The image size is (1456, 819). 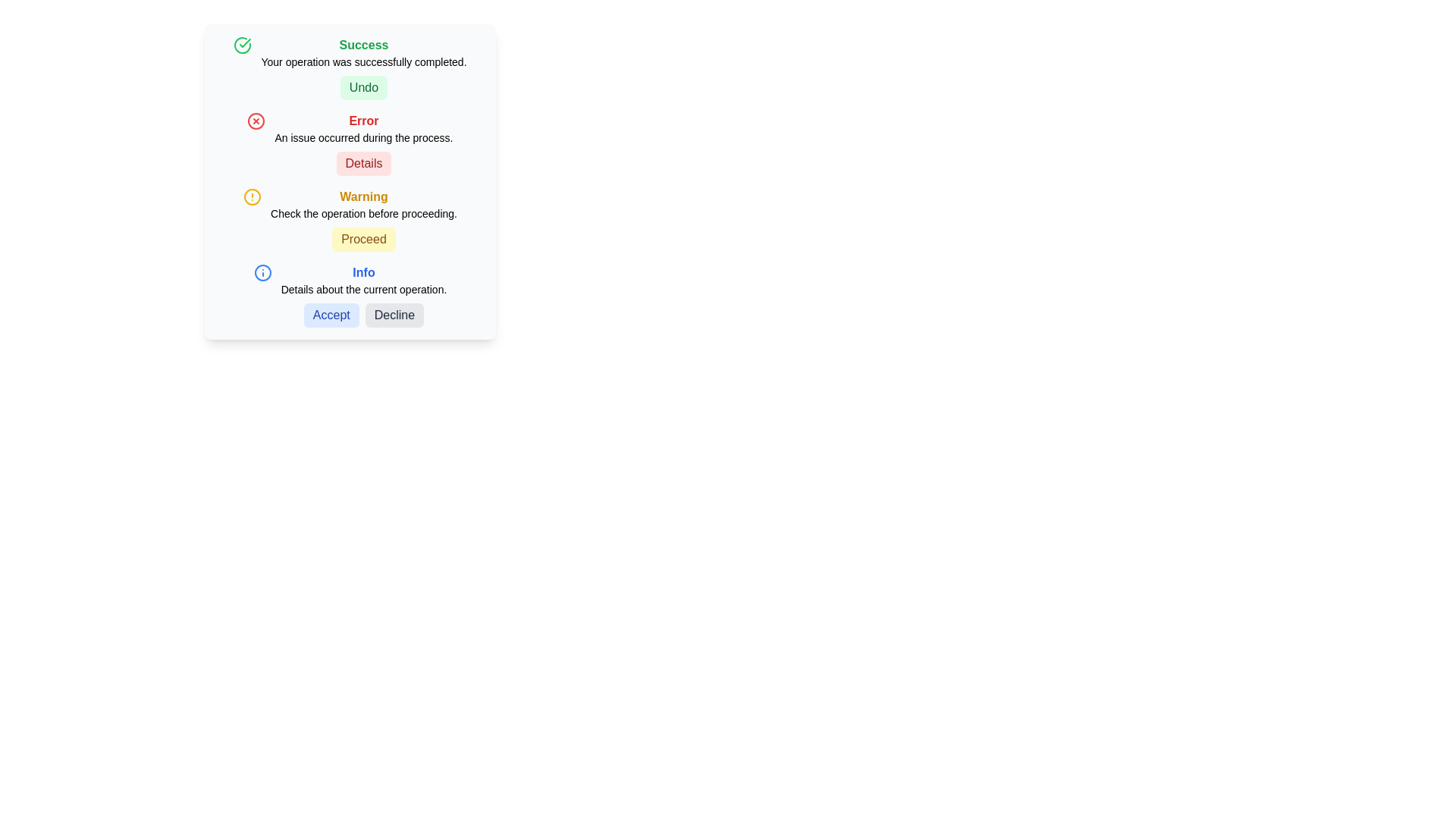 I want to click on the circular SVG element that visually represents an error state, which is located to the left of the 'Error' text, so click(x=256, y=120).